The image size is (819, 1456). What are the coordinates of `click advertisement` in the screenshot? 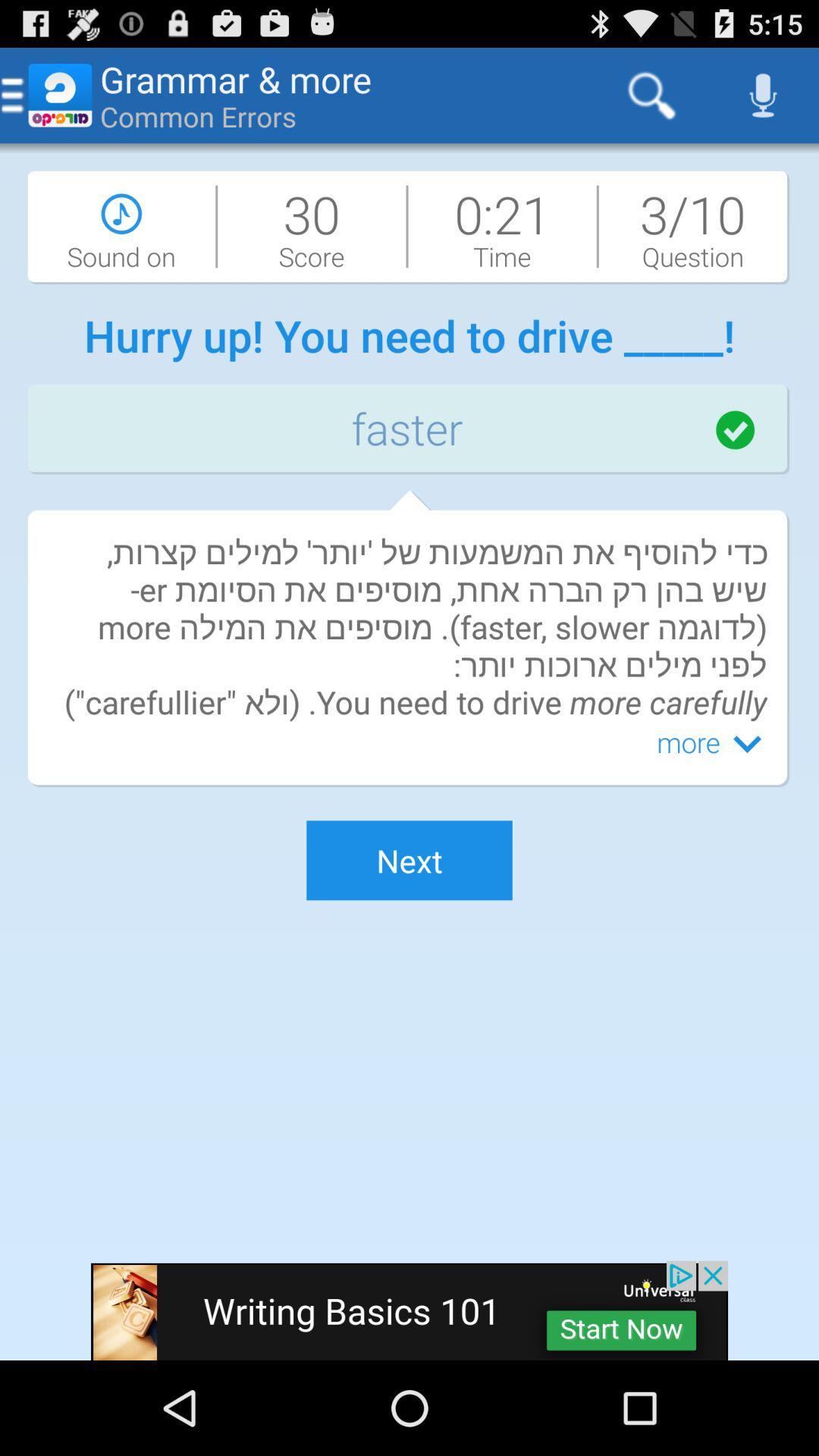 It's located at (409, 1310).